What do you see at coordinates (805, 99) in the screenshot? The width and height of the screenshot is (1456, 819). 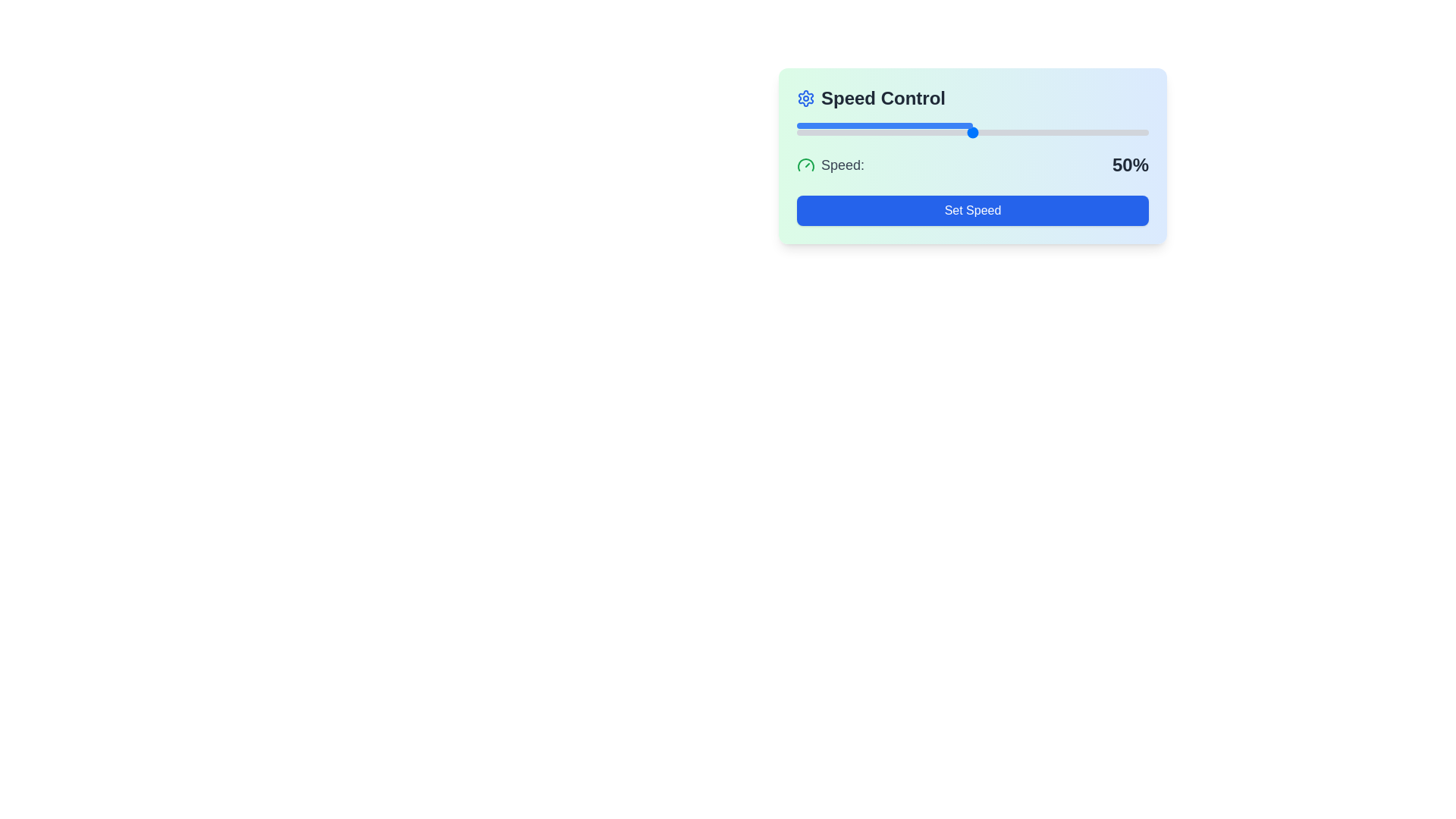 I see `the gear-shaped icon representing settings, located at the top-left corner of the 'Speed Control' card` at bounding box center [805, 99].